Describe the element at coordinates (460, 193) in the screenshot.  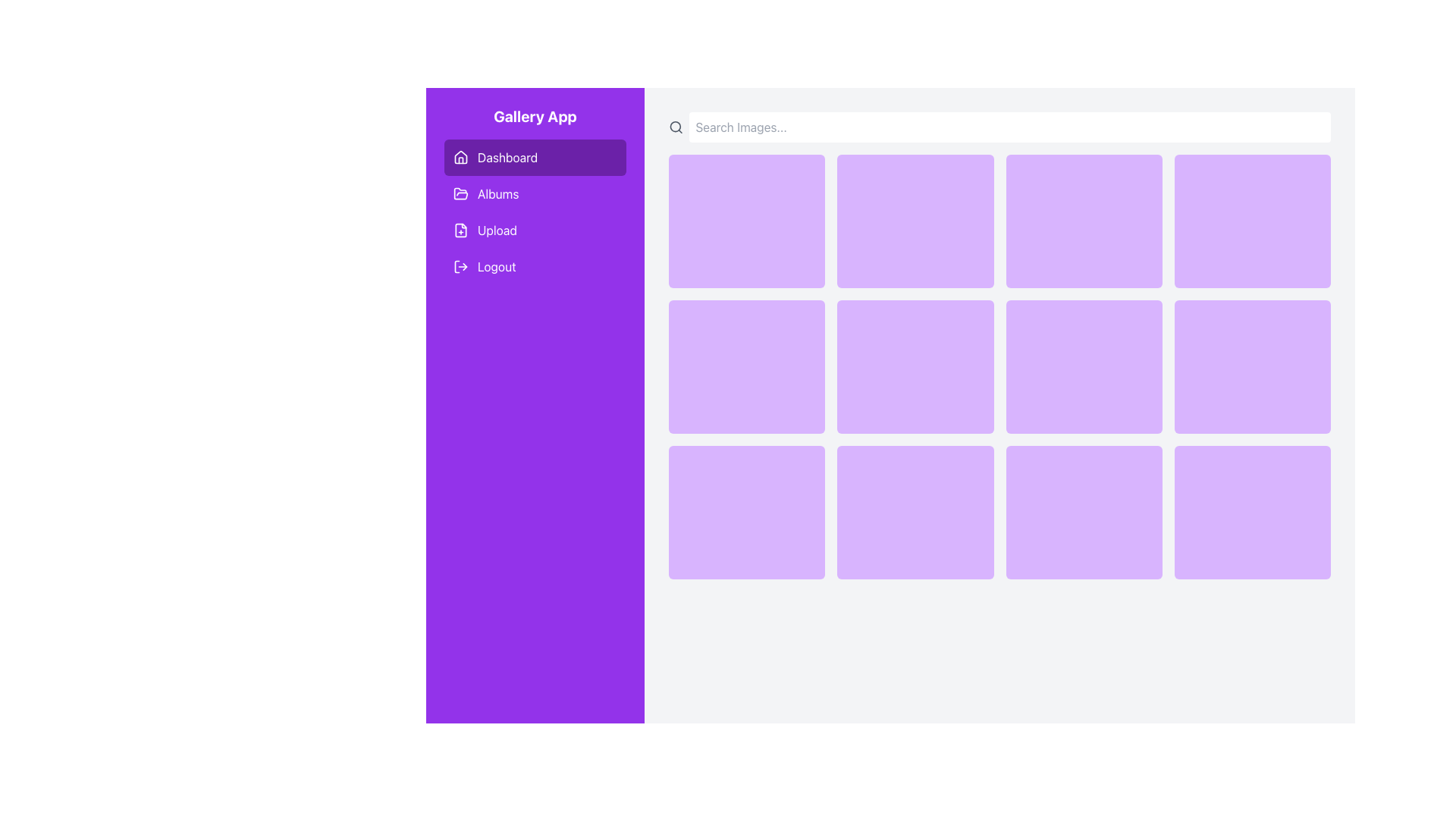
I see `the 'Albums' SVG Icon in the vertical navigation menu` at that location.